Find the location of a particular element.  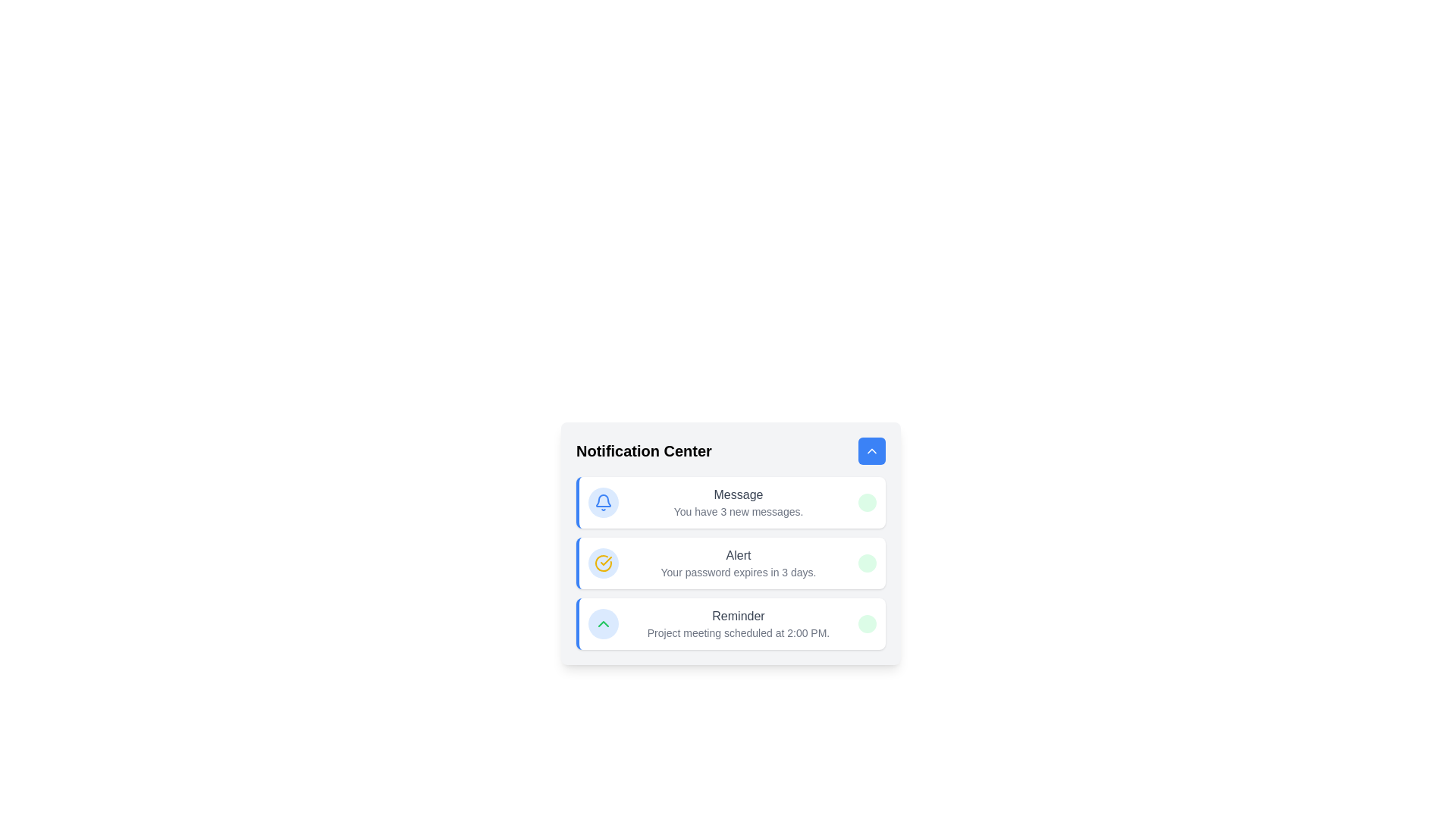

text content of the third text label in the Notification Center that reminds about an upcoming project meeting at 2:00 PM is located at coordinates (739, 623).